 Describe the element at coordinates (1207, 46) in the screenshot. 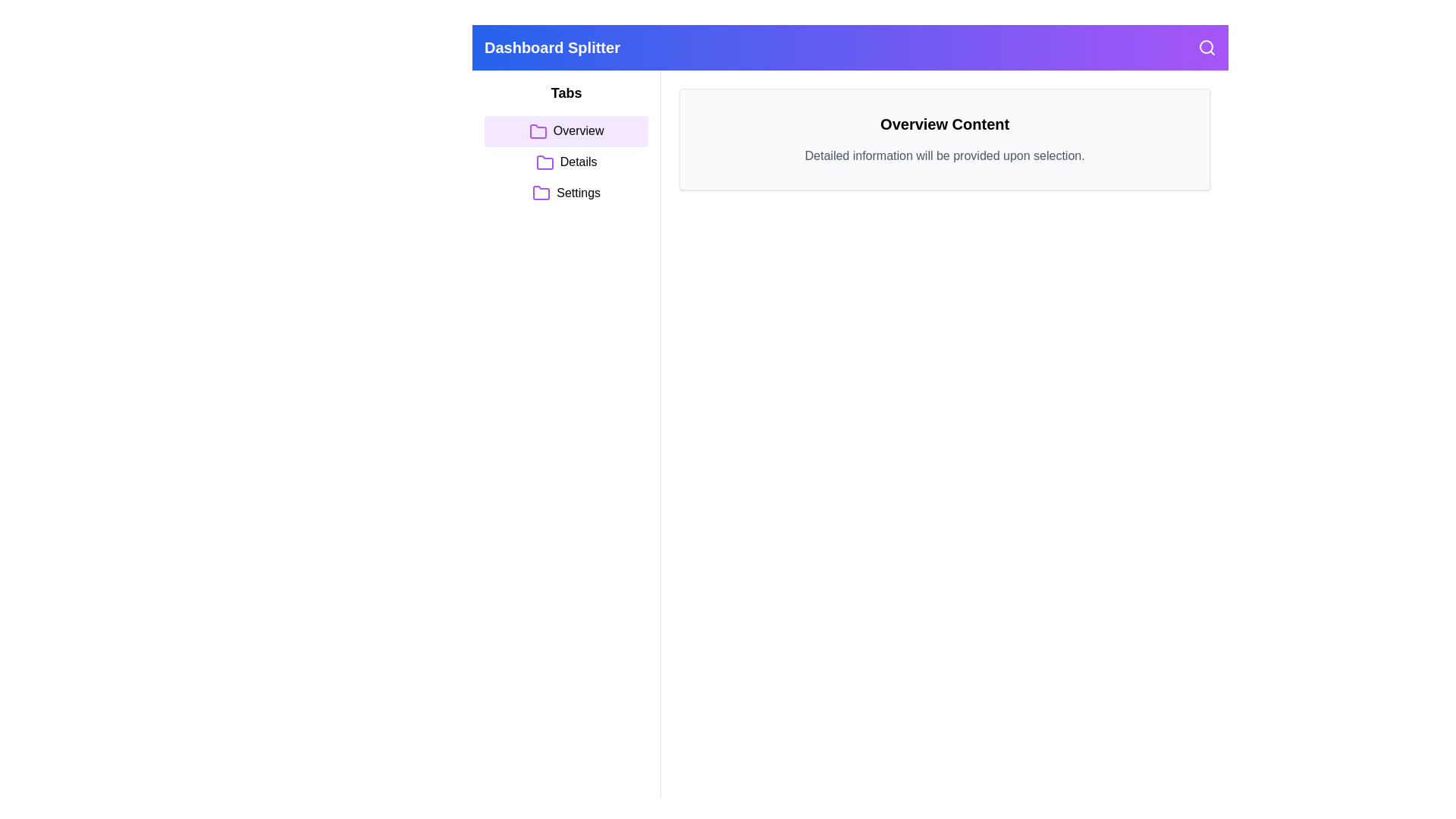

I see `the search icon located at the far-right of the purple gradient header, next to the 'Dashboard Splitter' text label` at that location.